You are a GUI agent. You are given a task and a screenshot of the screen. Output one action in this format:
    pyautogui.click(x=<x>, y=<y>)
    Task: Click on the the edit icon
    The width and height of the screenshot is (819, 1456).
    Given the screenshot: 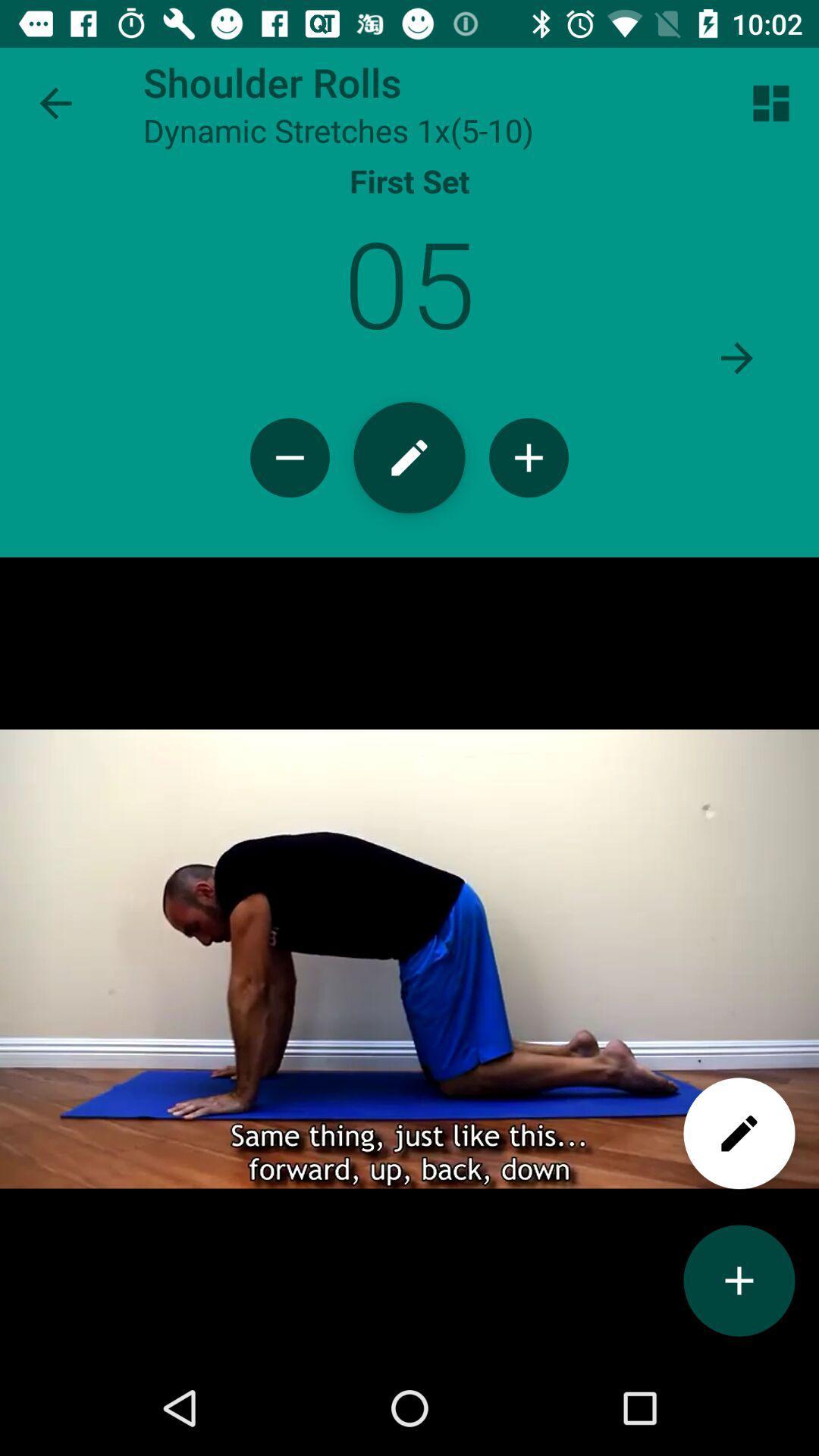 What is the action you would take?
    pyautogui.click(x=409, y=490)
    